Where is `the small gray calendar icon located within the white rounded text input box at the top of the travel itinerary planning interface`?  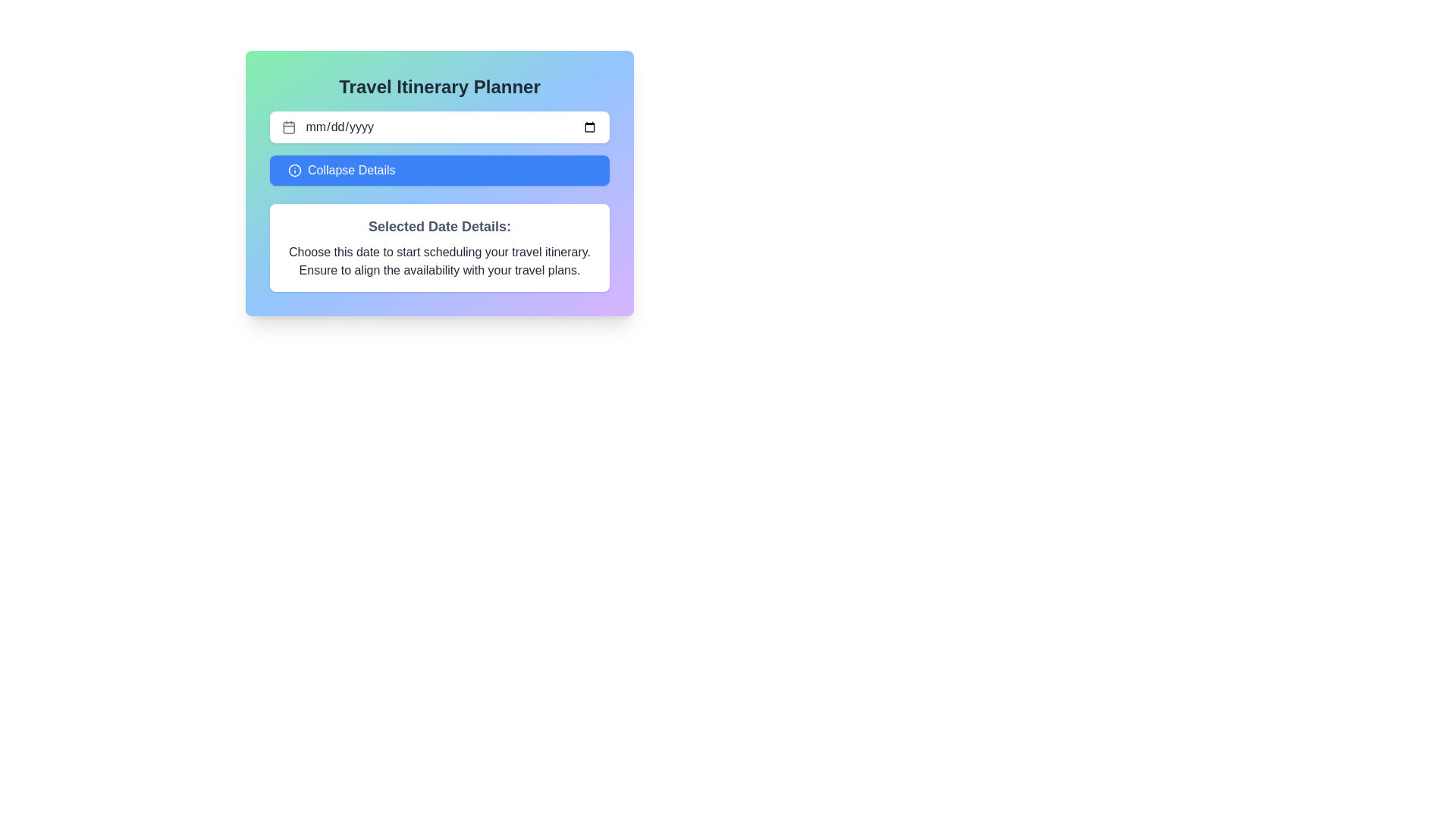
the small gray calendar icon located within the white rounded text input box at the top of the travel itinerary planning interface is located at coordinates (289, 127).